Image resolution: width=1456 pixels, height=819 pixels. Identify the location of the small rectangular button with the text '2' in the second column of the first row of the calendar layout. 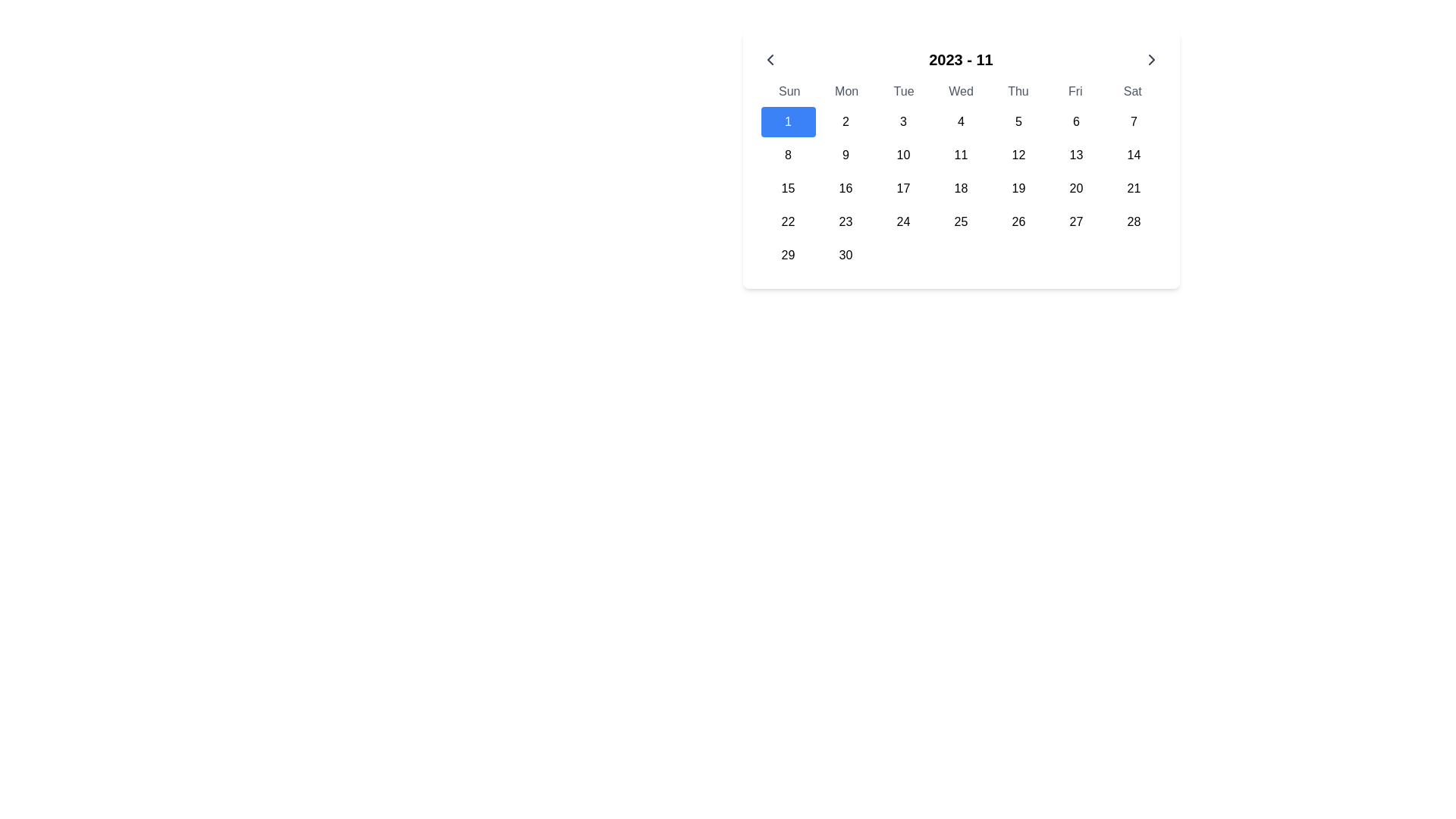
(845, 121).